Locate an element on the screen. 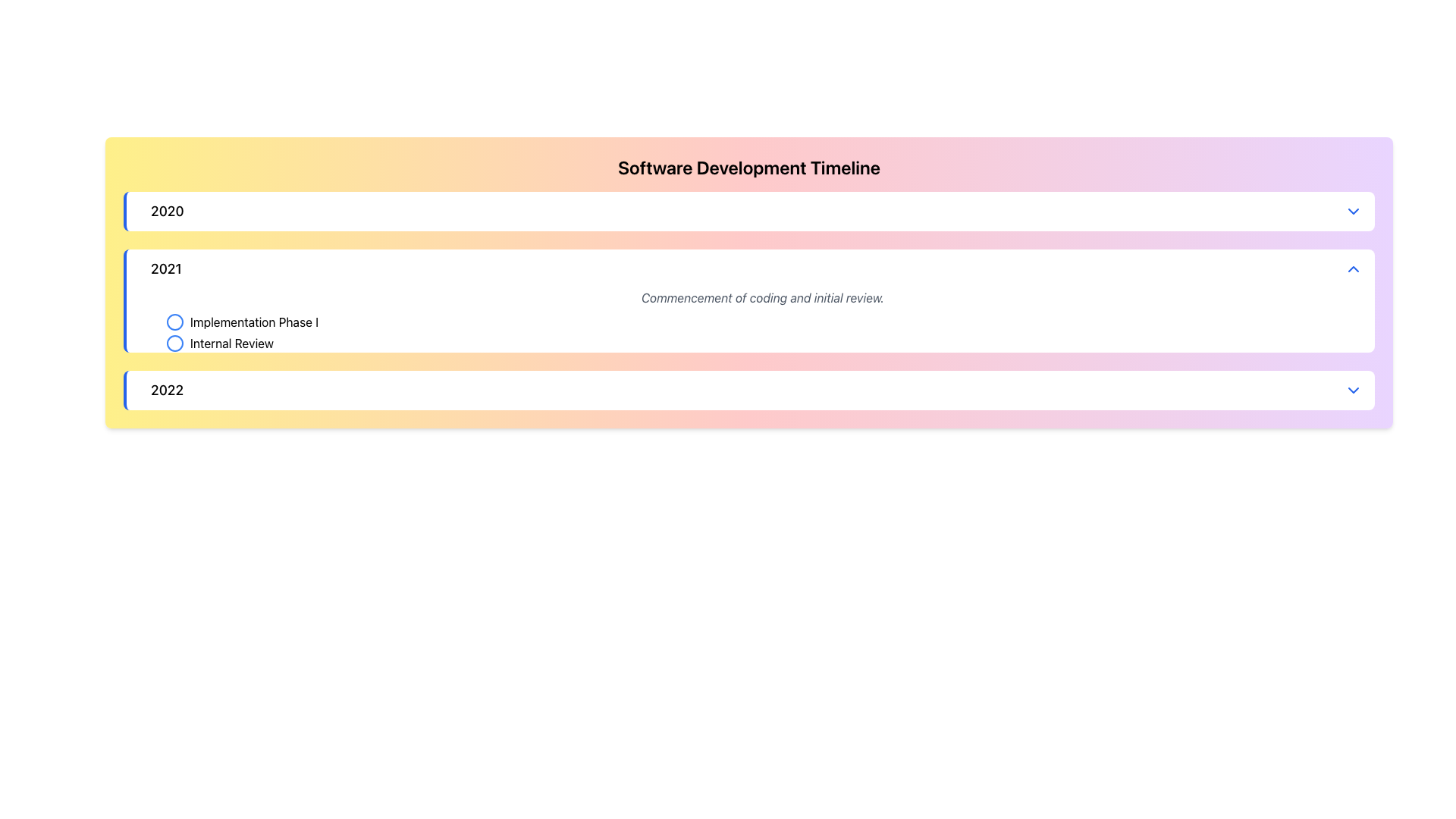  the bold, enlarged text heading that says 'Software Development Timeline', located at the top-center of a pastel gradient background block is located at coordinates (749, 167).